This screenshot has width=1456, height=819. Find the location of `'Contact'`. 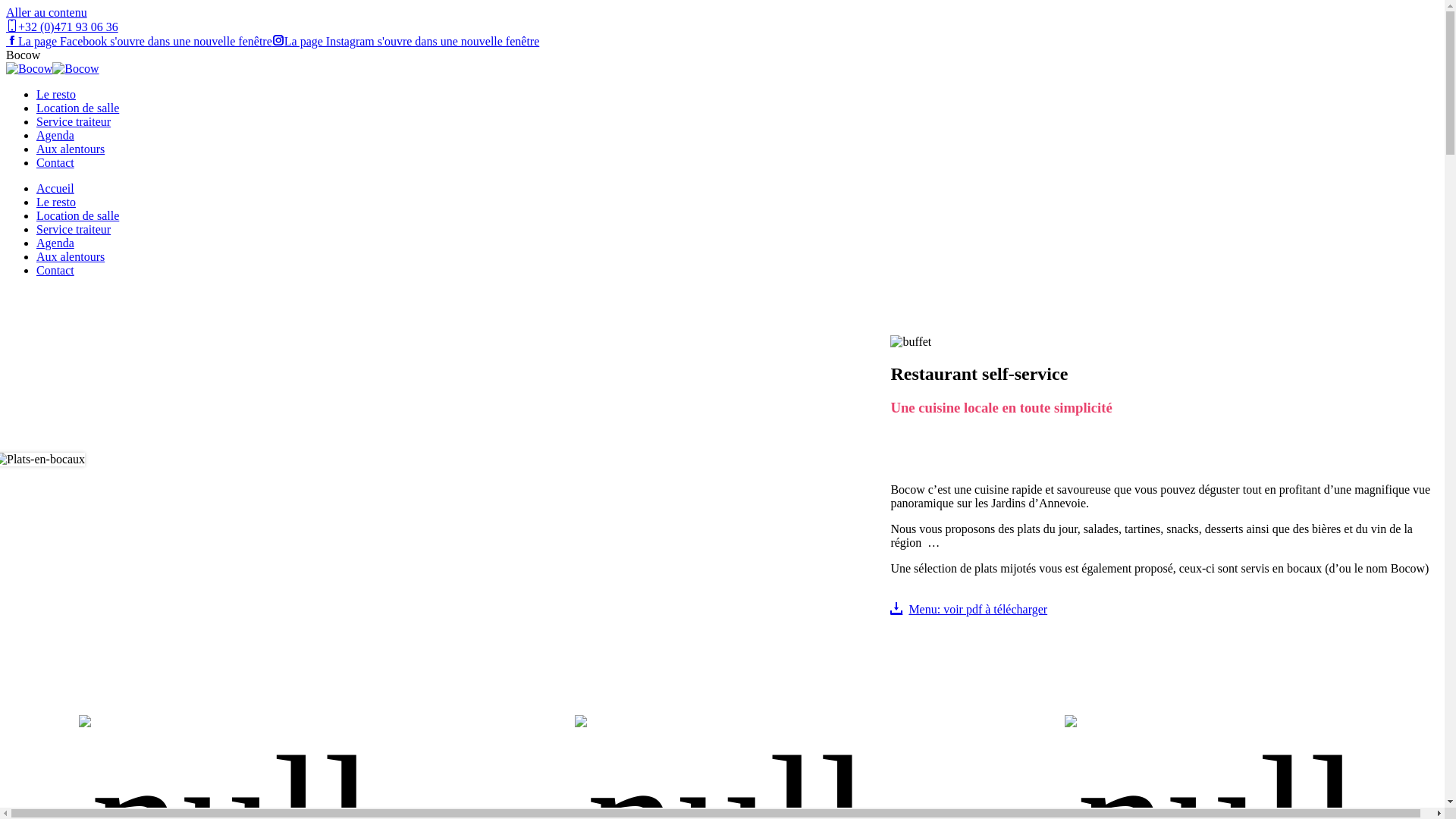

'Contact' is located at coordinates (55, 269).